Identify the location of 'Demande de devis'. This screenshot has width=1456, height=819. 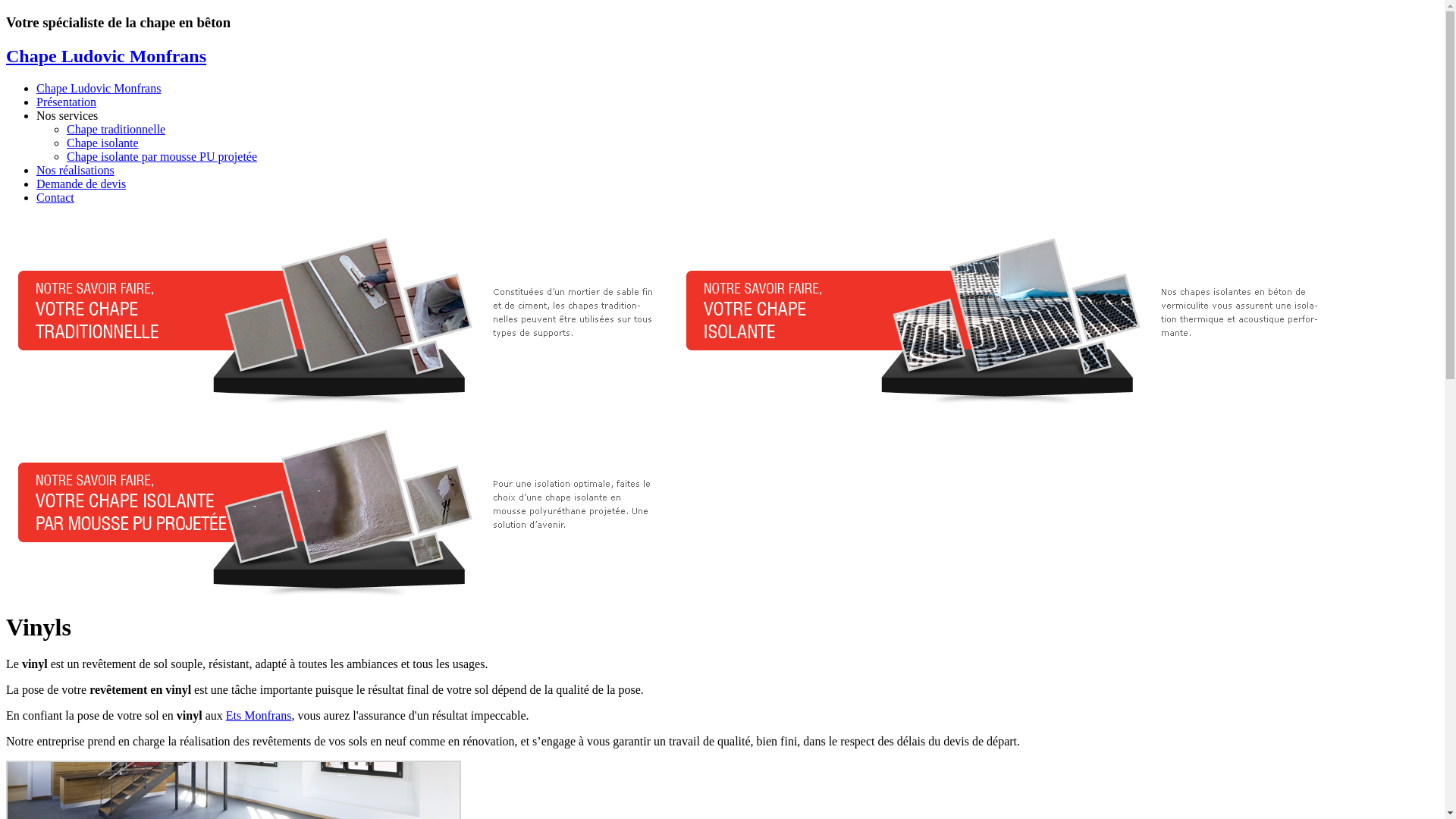
(36, 183).